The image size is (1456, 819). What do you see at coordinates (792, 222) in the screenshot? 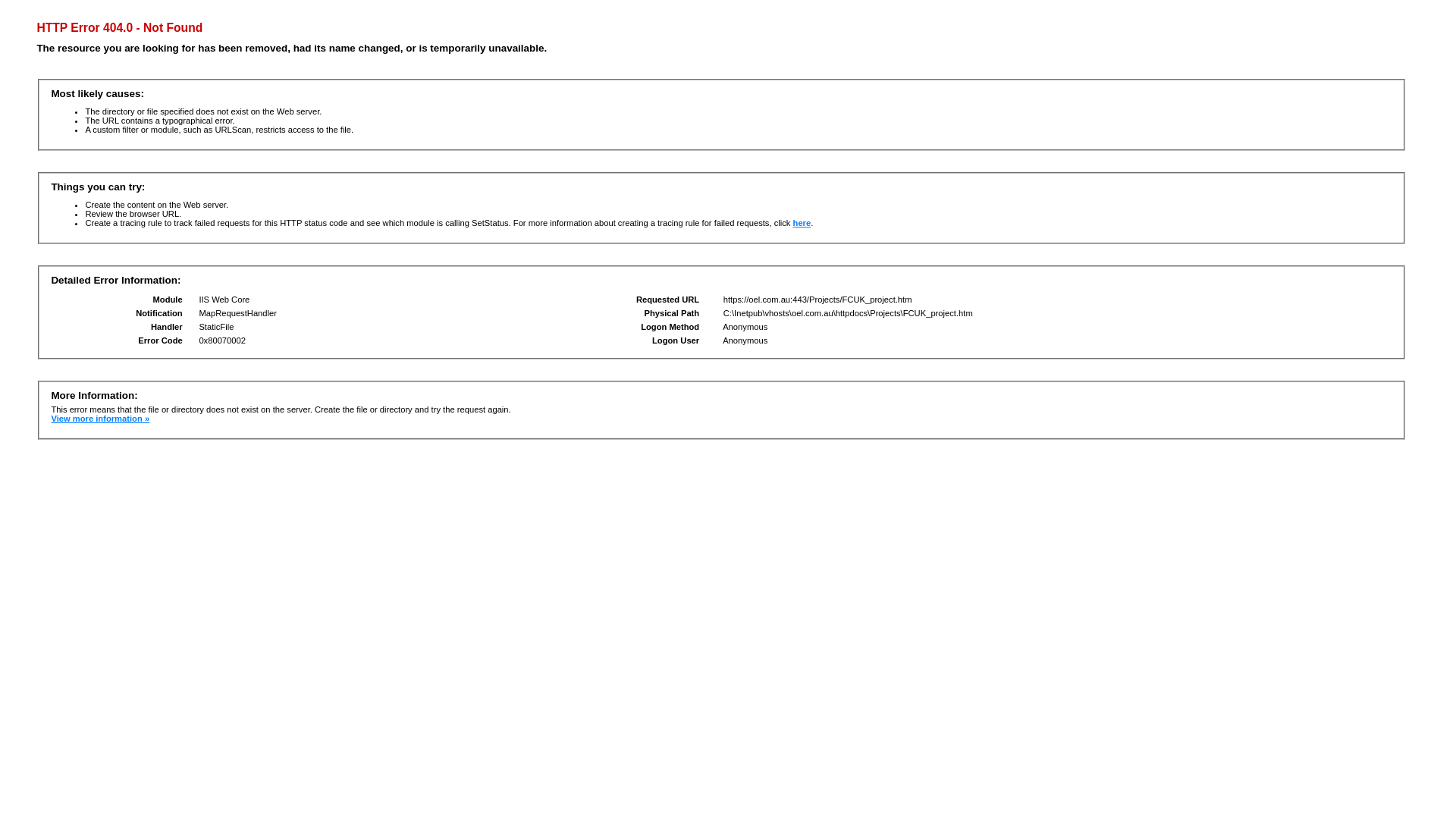
I see `'here'` at bounding box center [792, 222].